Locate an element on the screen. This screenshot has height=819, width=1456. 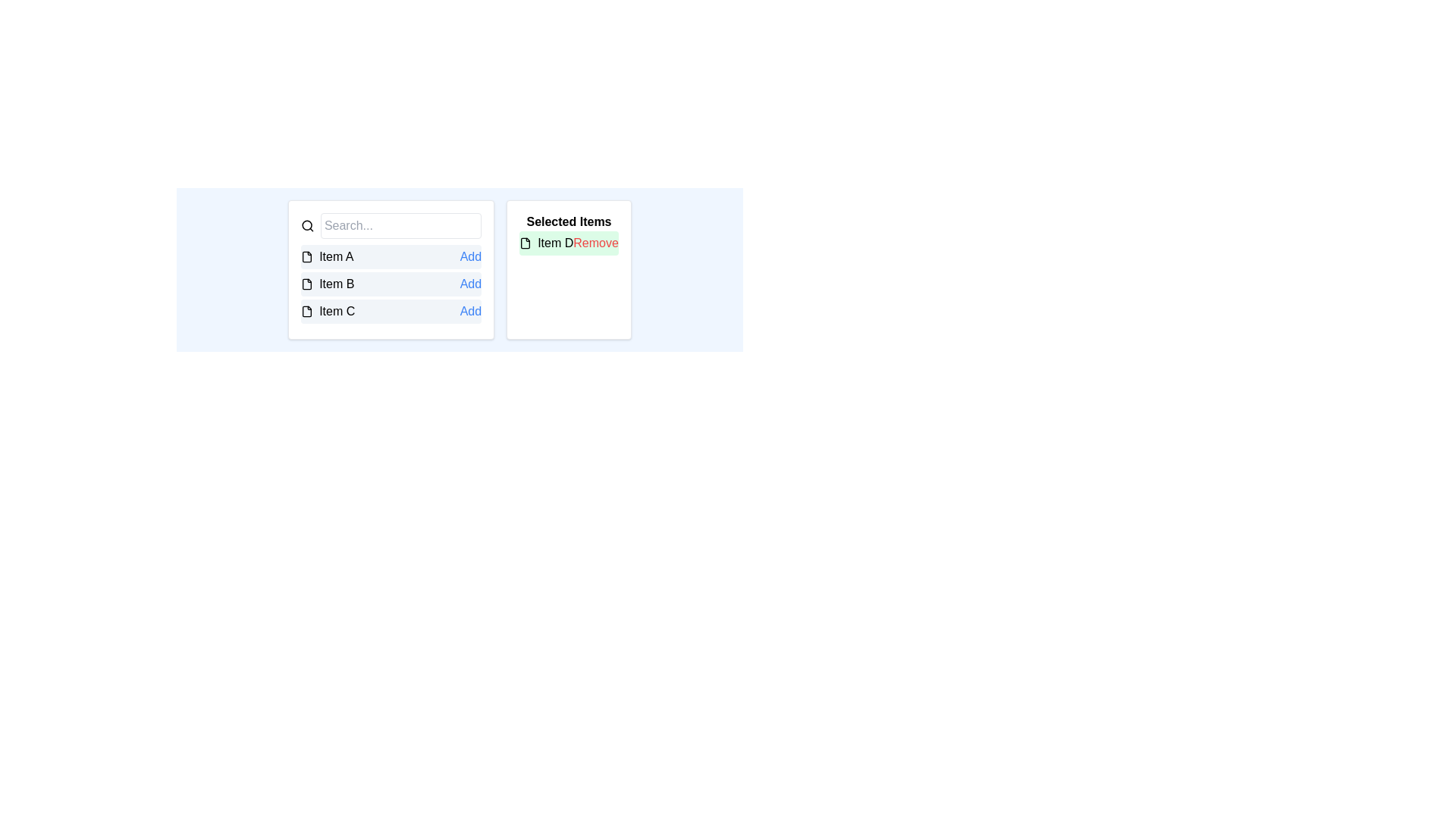
the small document icon located in the first column of the row labeled 'Item A', which features a folded corner design is located at coordinates (306, 256).